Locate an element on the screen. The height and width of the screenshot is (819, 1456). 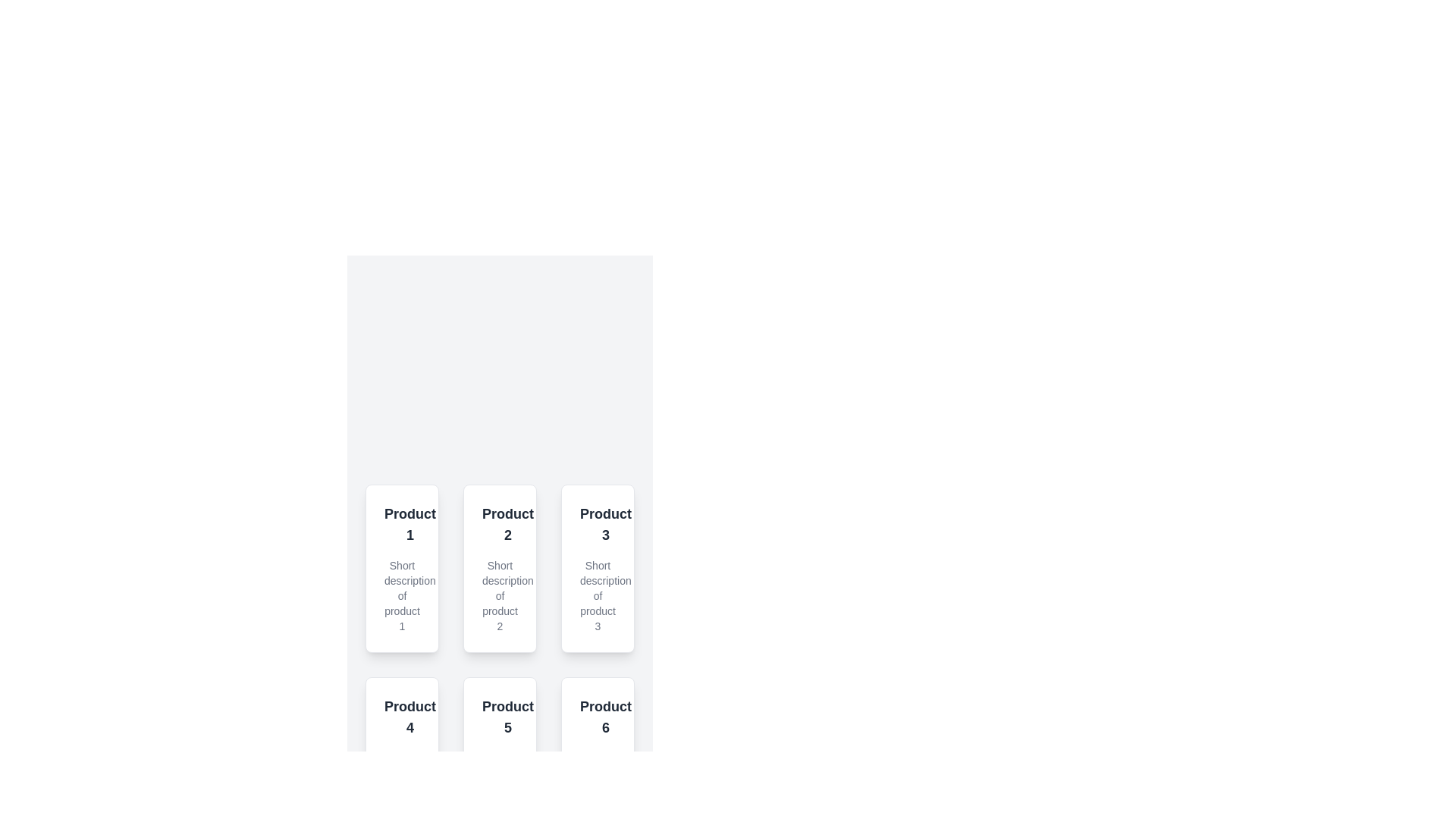
text details of the bold text label reading 'Product 6' located at the bottom-right of the product card grid is located at coordinates (605, 717).